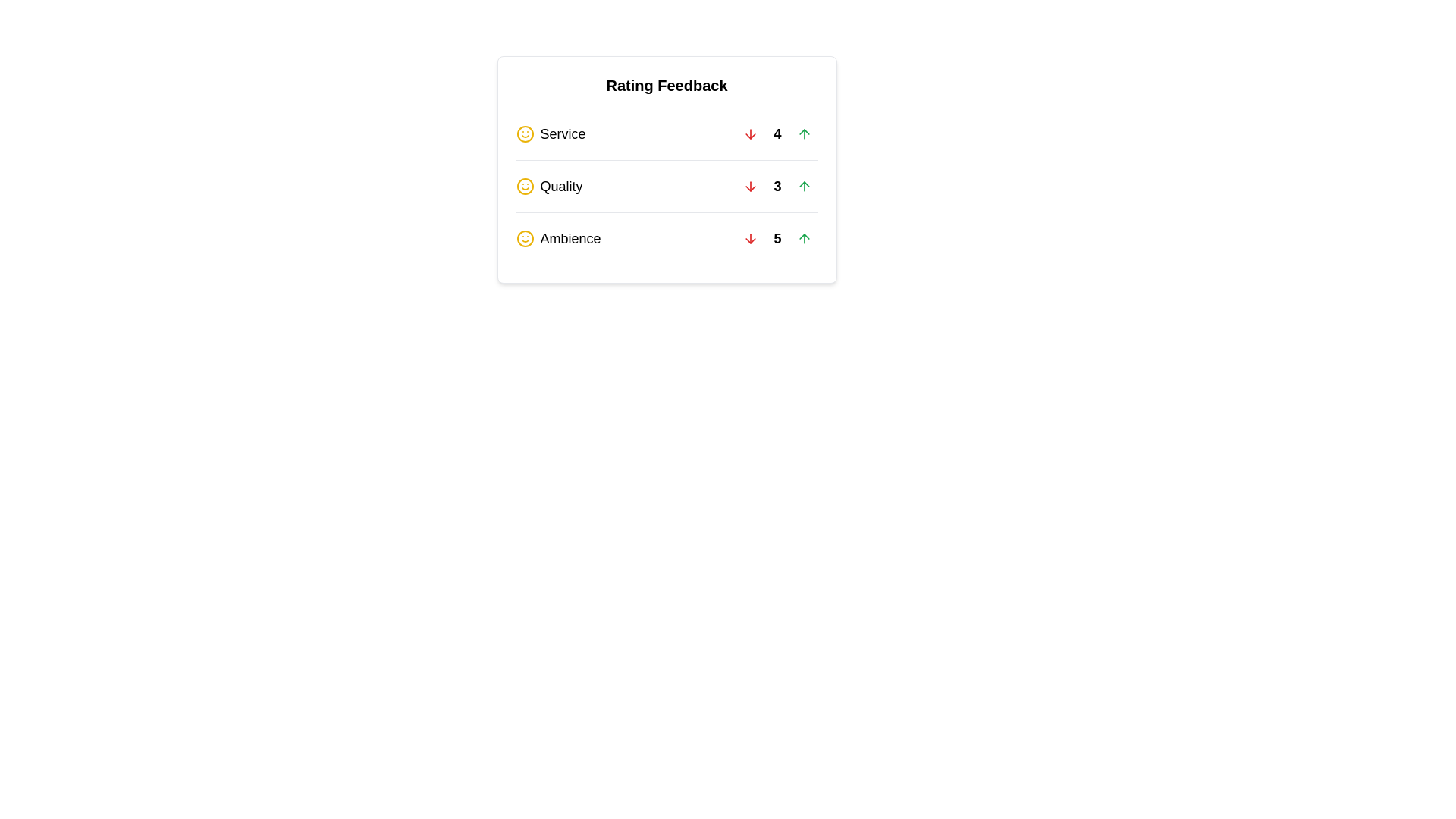  I want to click on the Static text heading that serves as the title for the feedback section, positioned above the rating sections for 'Service', 'Quality', and 'Ambience', so click(667, 85).